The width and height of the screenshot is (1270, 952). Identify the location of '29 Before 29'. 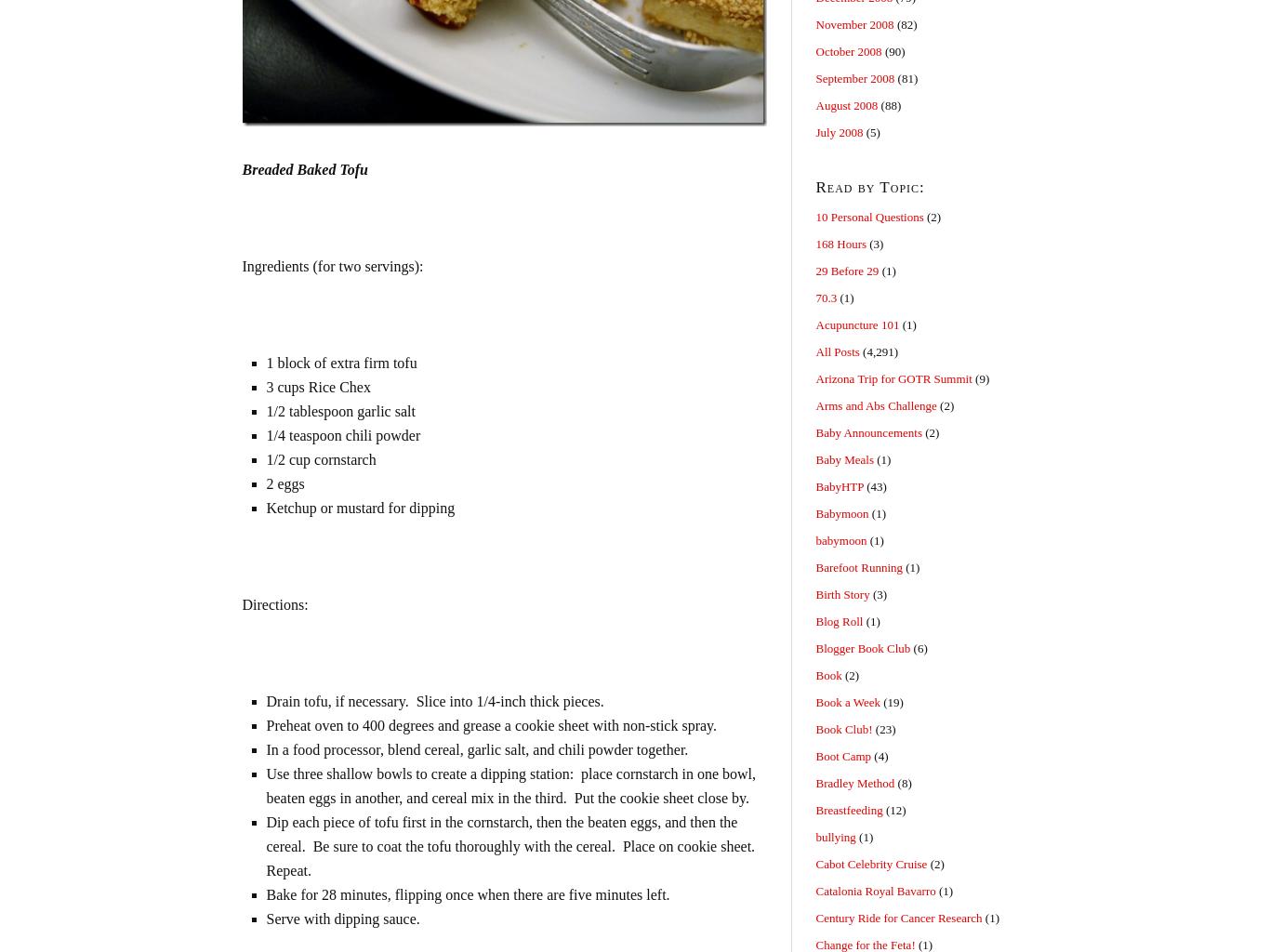
(845, 271).